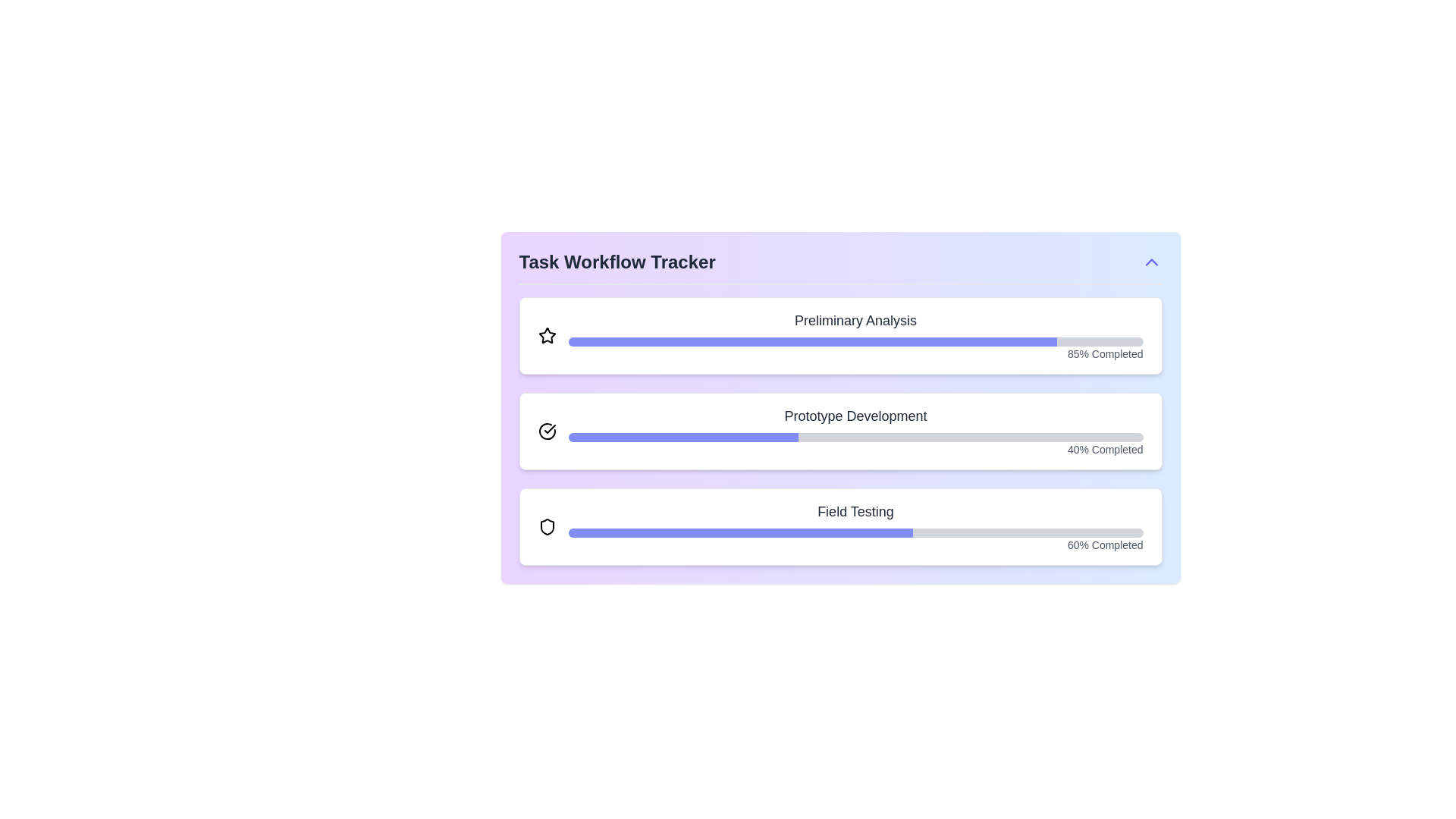  I want to click on the 'Field Testing' Progress tracker module, which displays a 60% completion progress bar and is located within a vertical list of progress tracking items, so click(839, 526).